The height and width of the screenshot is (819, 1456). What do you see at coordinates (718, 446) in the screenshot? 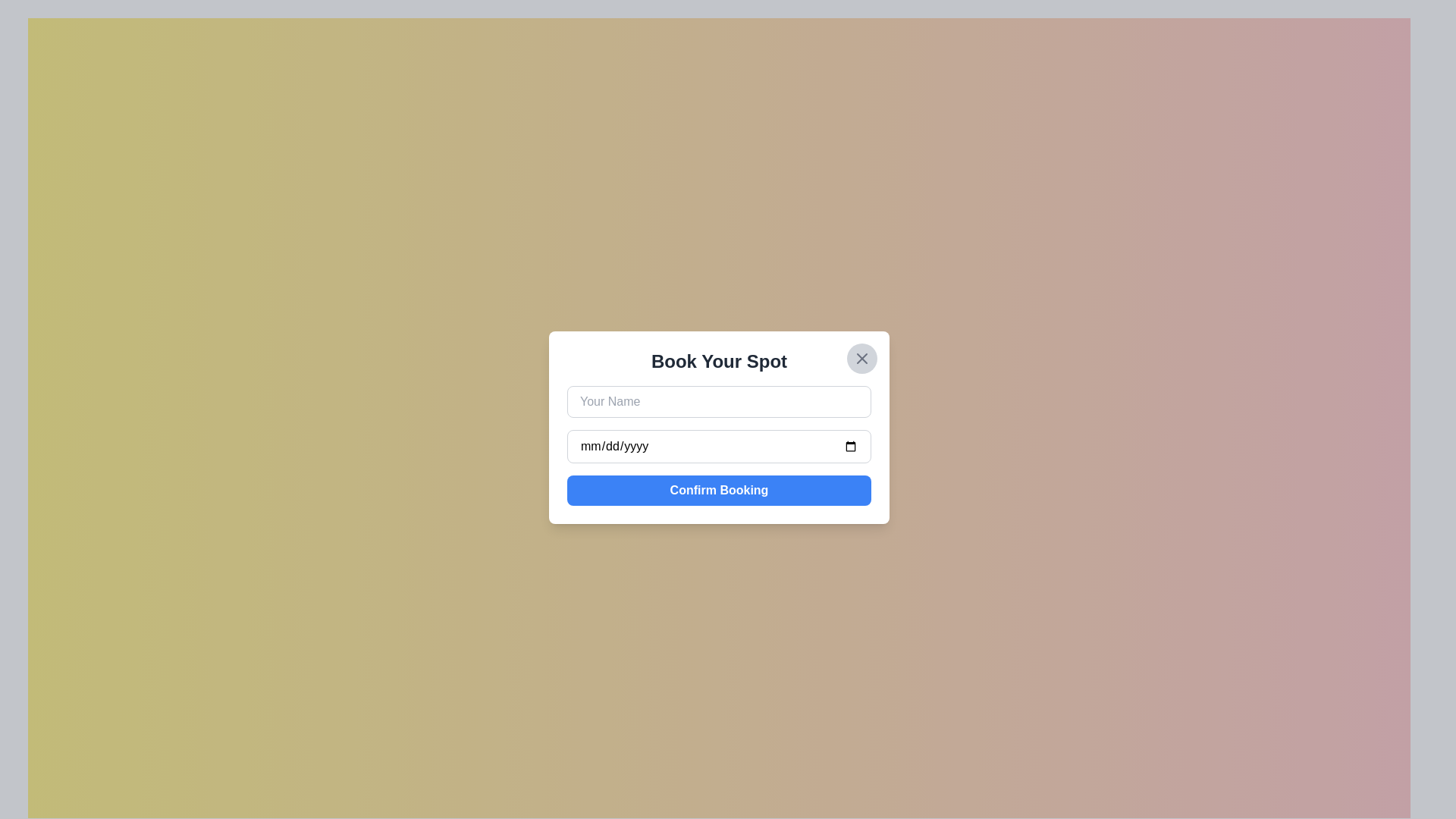
I see `the date input field to open the date picker` at bounding box center [718, 446].